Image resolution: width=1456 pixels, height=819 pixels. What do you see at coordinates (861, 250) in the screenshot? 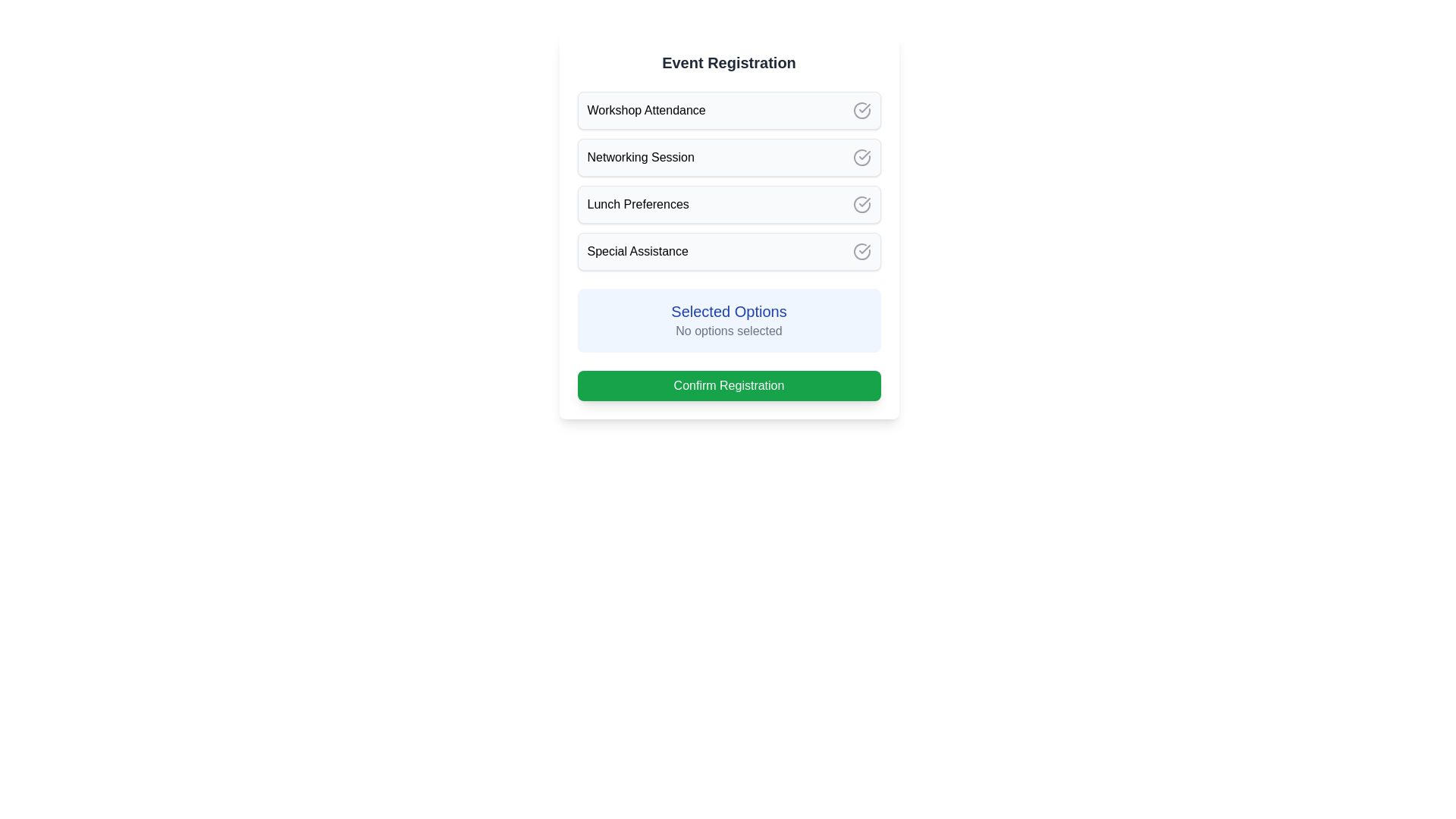
I see `the status indicator icon styled as a circle with a checkmark that indicates the selection status of the 'Special Assistance' option, located at the far right of the row labeled 'Special Assistance'` at bounding box center [861, 250].